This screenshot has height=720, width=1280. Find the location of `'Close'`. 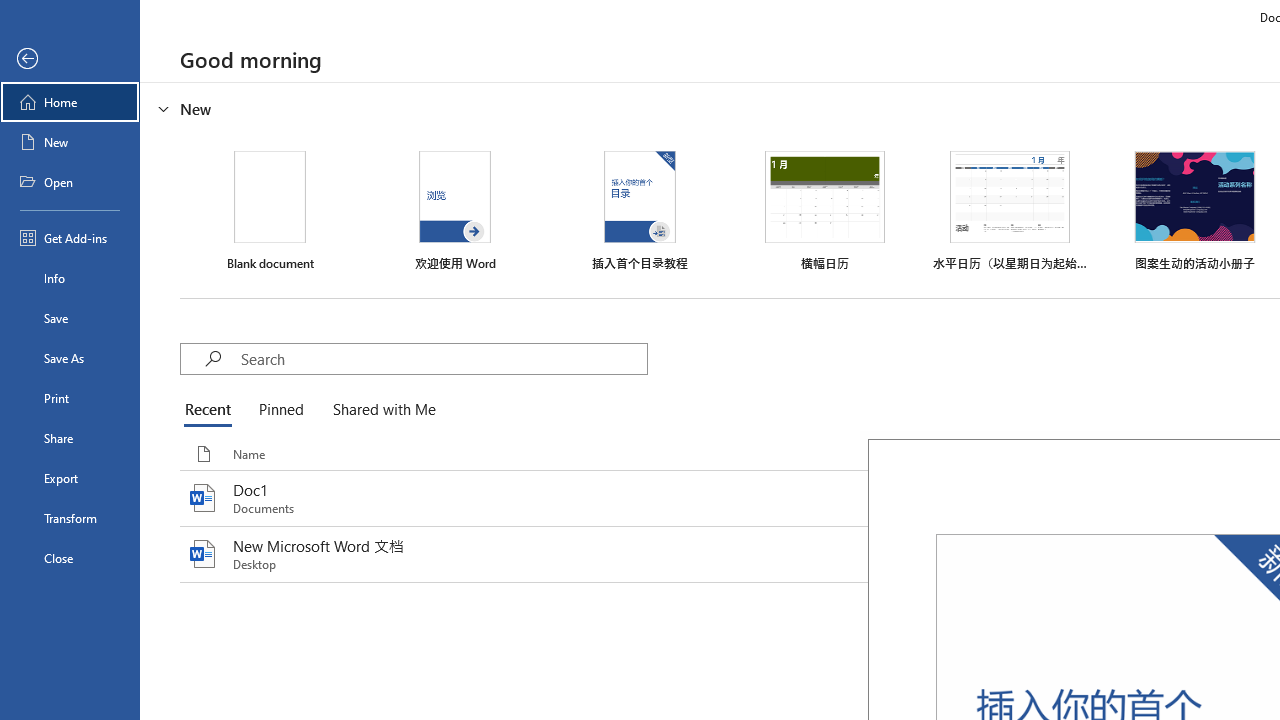

'Close' is located at coordinates (69, 558).